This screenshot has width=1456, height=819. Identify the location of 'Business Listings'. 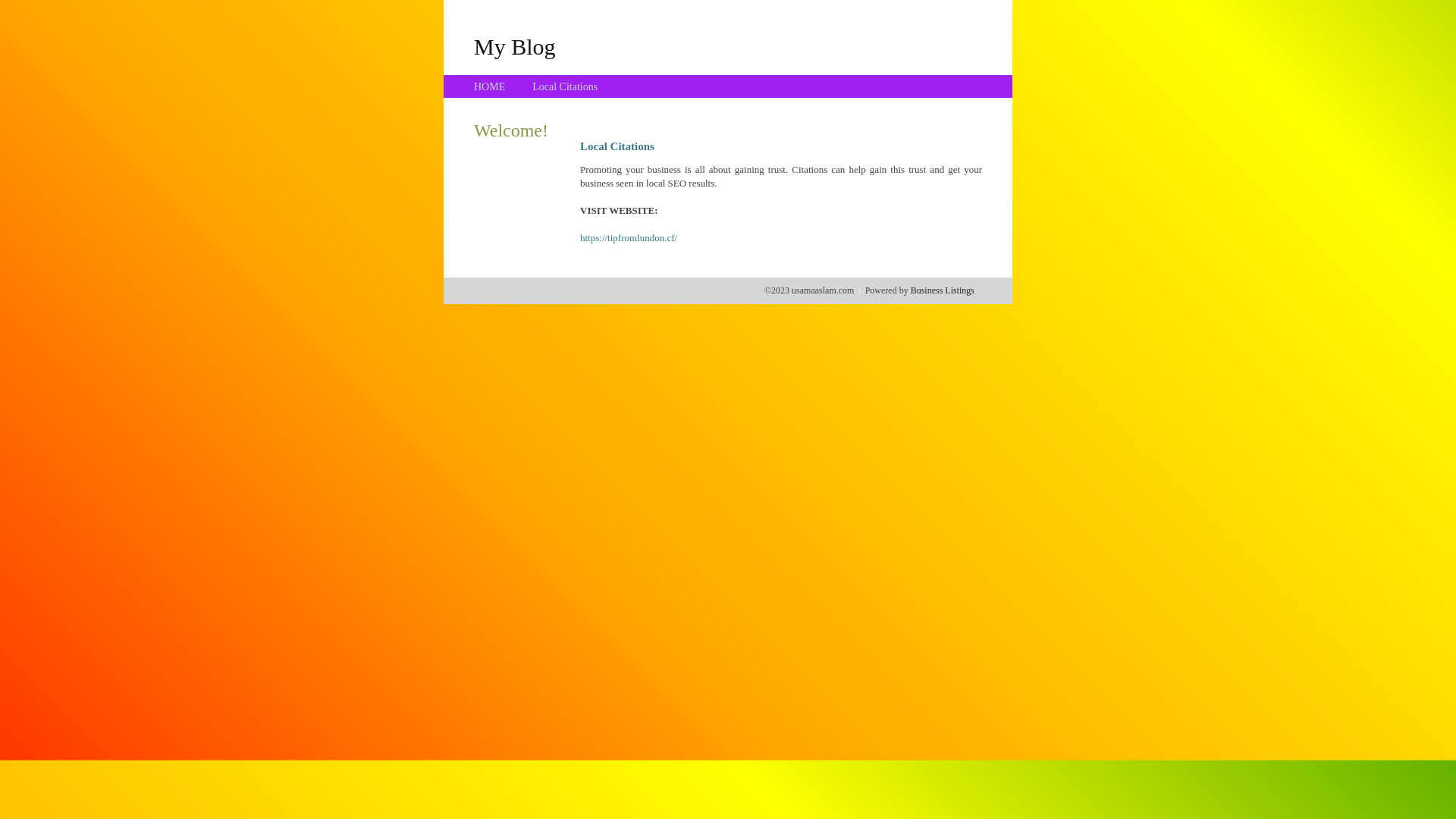
(942, 290).